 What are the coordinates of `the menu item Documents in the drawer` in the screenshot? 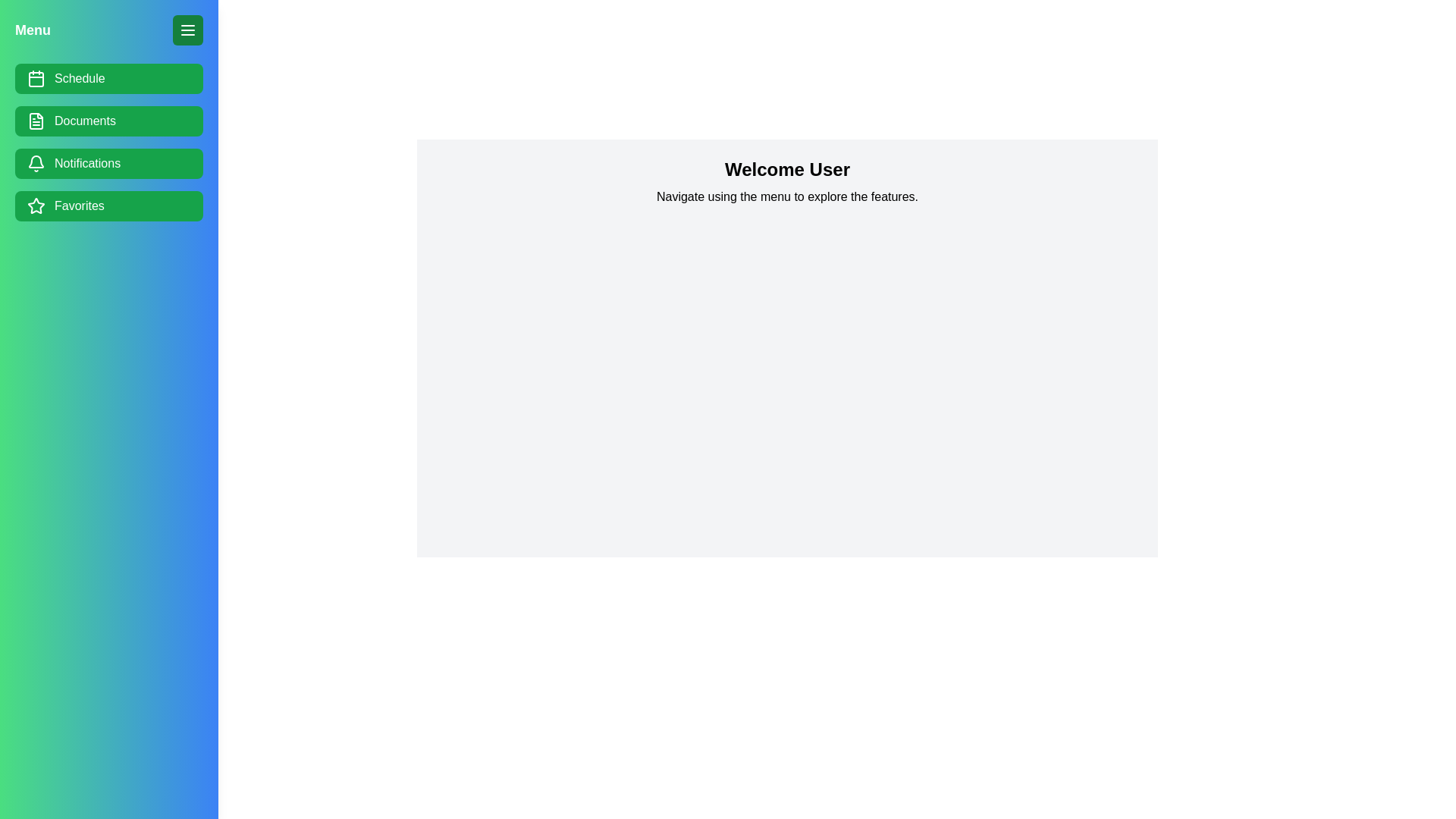 It's located at (108, 120).